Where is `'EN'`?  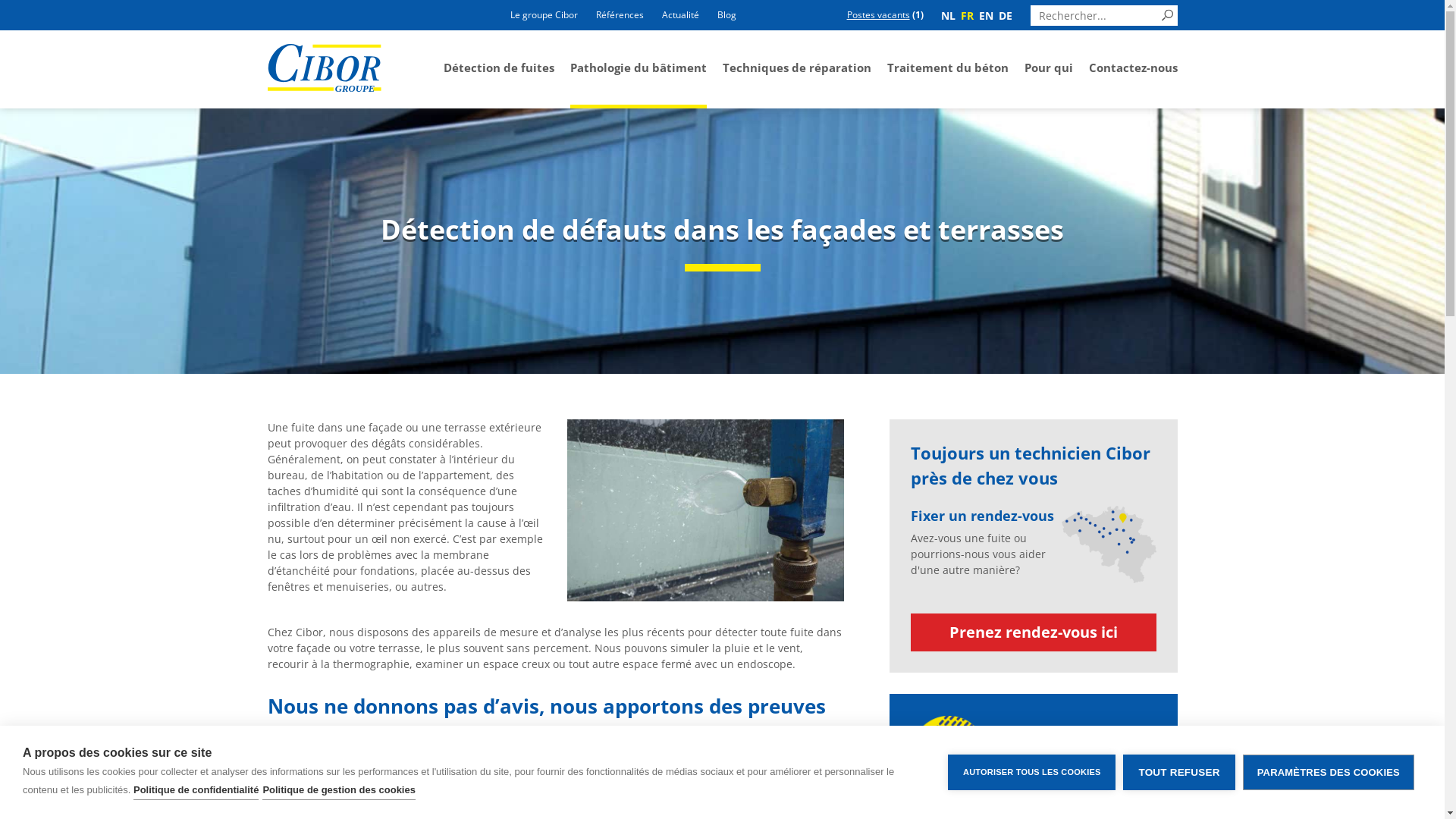
'EN' is located at coordinates (986, 14).